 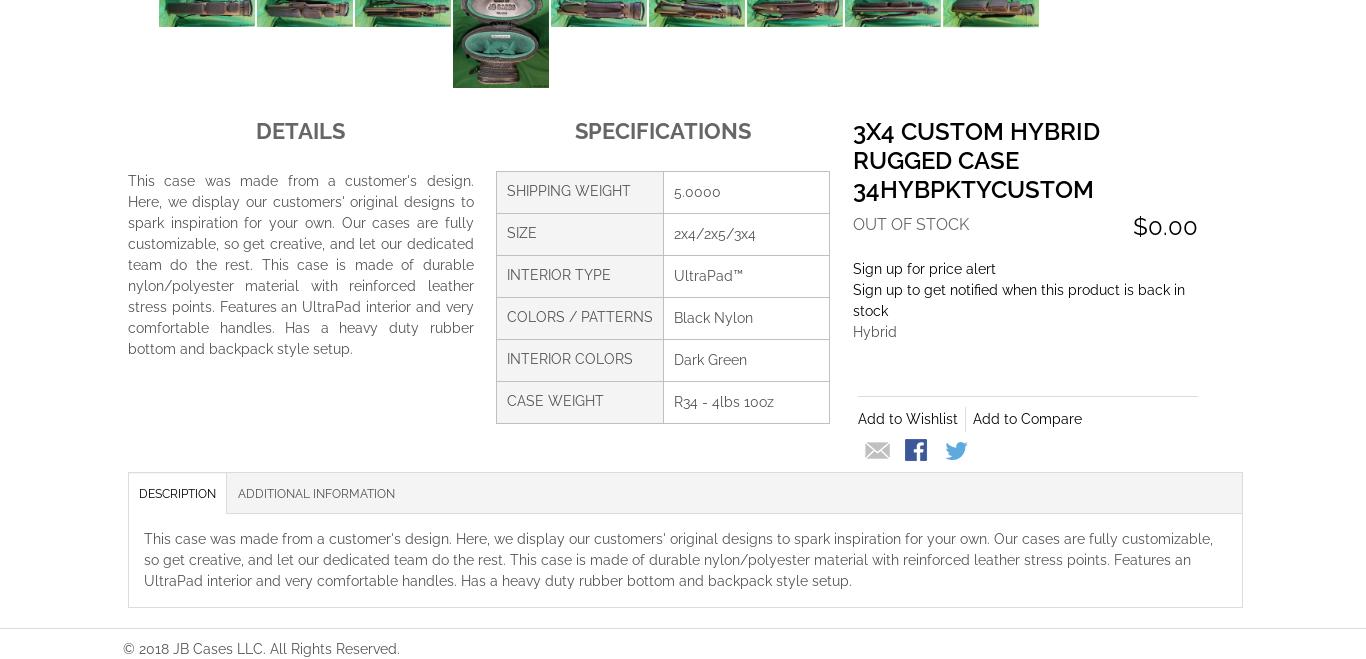 What do you see at coordinates (1165, 225) in the screenshot?
I see `'$0.00'` at bounding box center [1165, 225].